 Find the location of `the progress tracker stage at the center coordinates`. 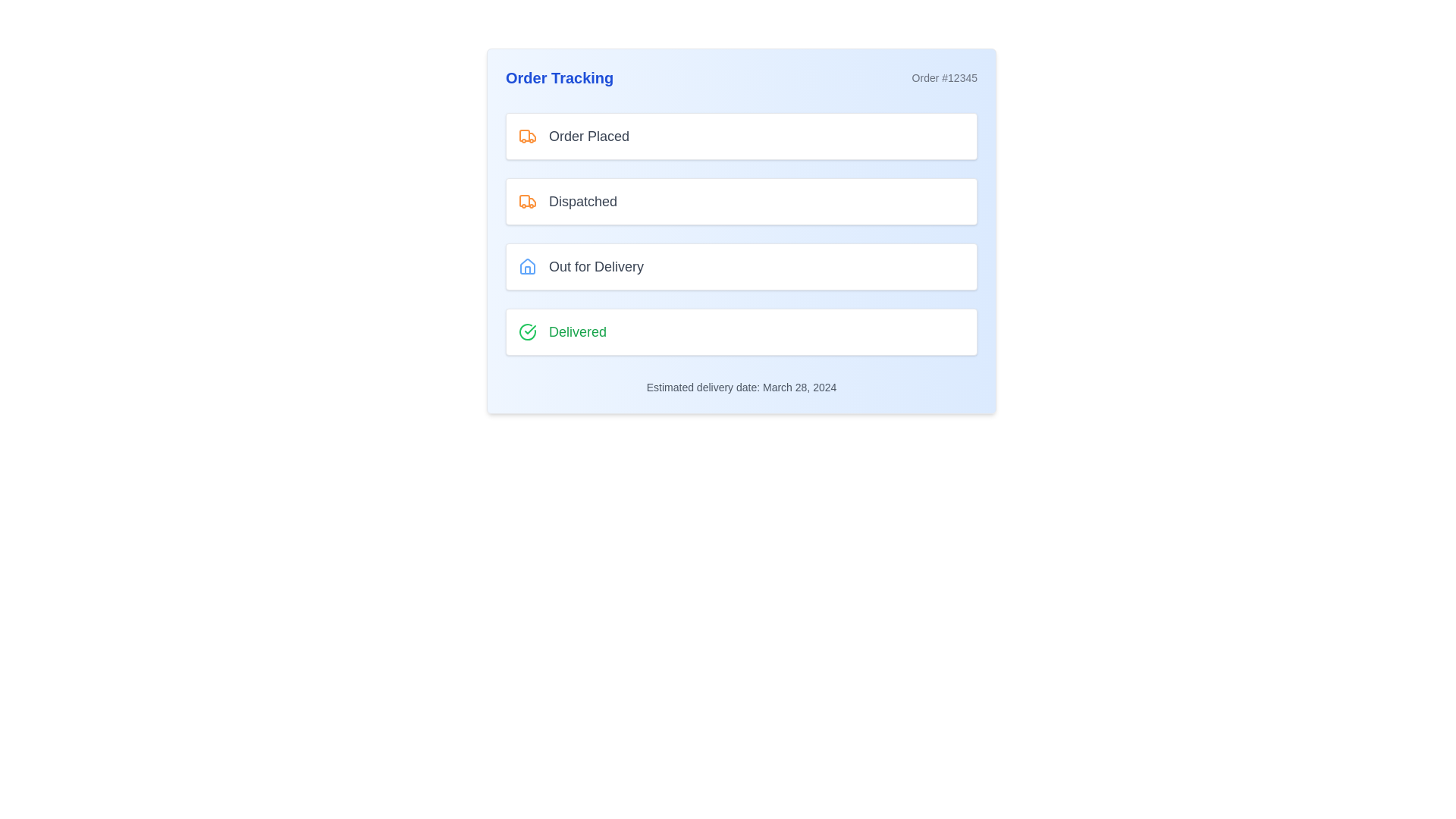

the progress tracker stage at the center coordinates is located at coordinates (742, 234).